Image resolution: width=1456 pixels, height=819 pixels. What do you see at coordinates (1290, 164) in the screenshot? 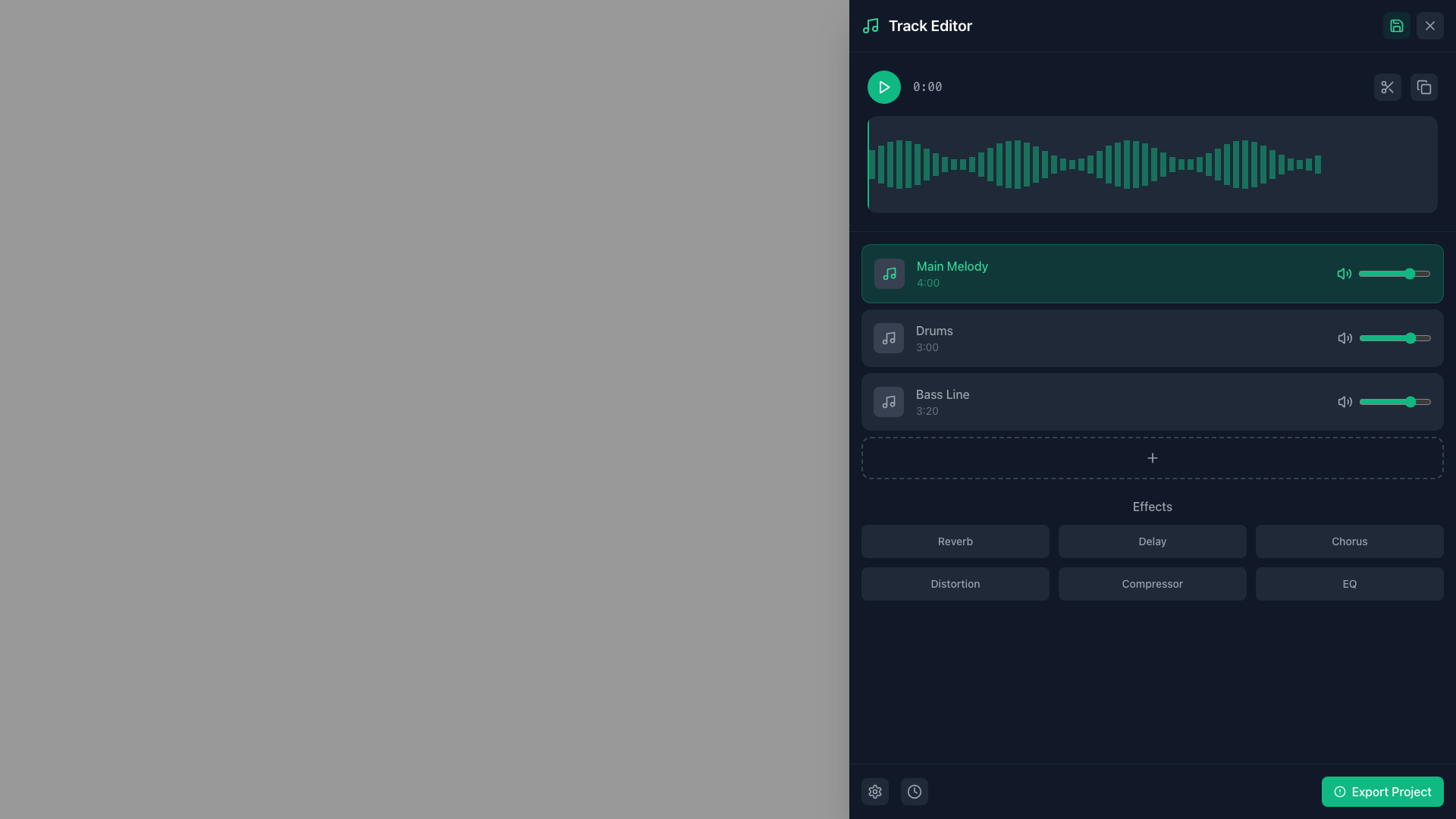
I see `the 52nd vertical bar in the waveform-like display, which visually represents amplitude or intensity levels` at bounding box center [1290, 164].